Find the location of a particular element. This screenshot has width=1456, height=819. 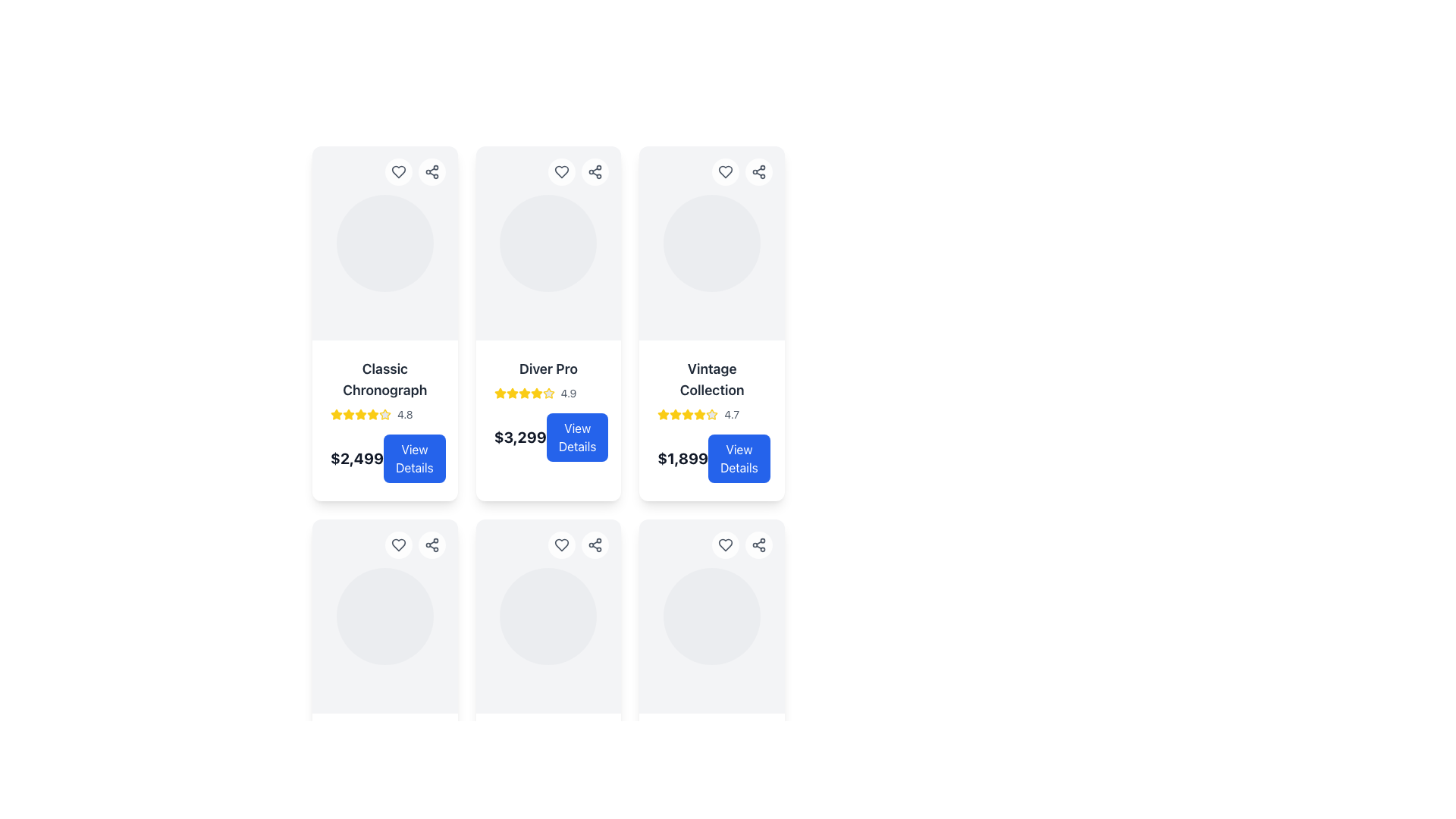

the share icon located at the top-right corner of the second card to initiate a sharing dialog is located at coordinates (595, 544).